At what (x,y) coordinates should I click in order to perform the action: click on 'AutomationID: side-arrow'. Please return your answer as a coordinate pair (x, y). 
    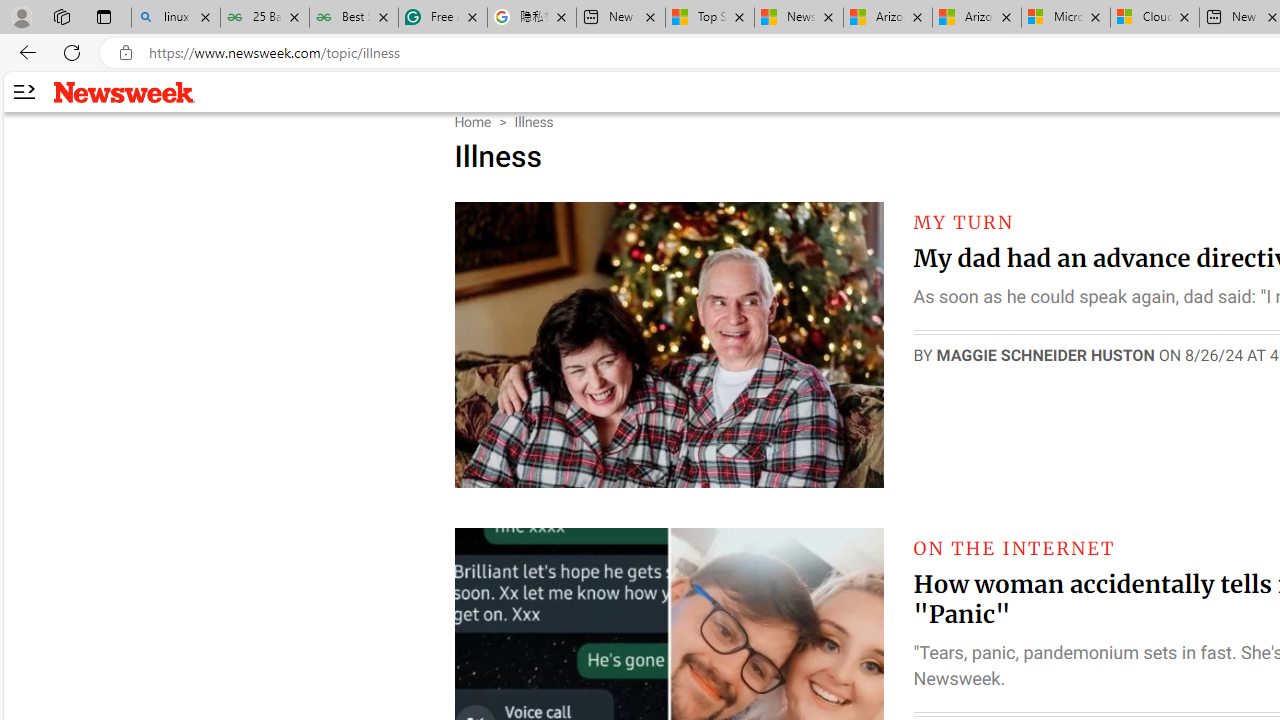
    Looking at the image, I should click on (23, 92).